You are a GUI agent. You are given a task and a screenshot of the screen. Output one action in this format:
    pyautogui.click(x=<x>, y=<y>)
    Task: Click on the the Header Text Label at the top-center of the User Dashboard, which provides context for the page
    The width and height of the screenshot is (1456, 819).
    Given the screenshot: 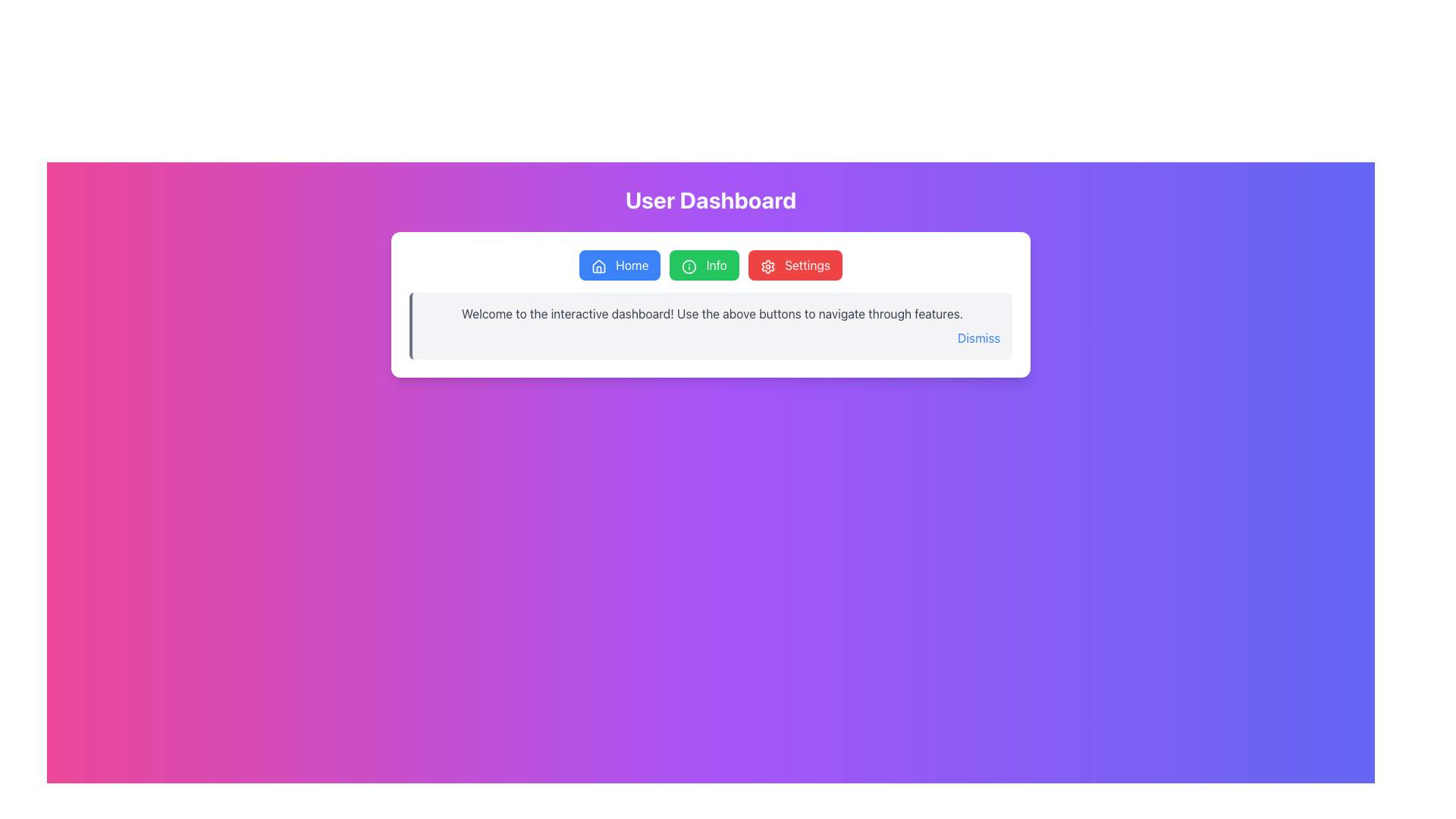 What is the action you would take?
    pyautogui.click(x=710, y=199)
    